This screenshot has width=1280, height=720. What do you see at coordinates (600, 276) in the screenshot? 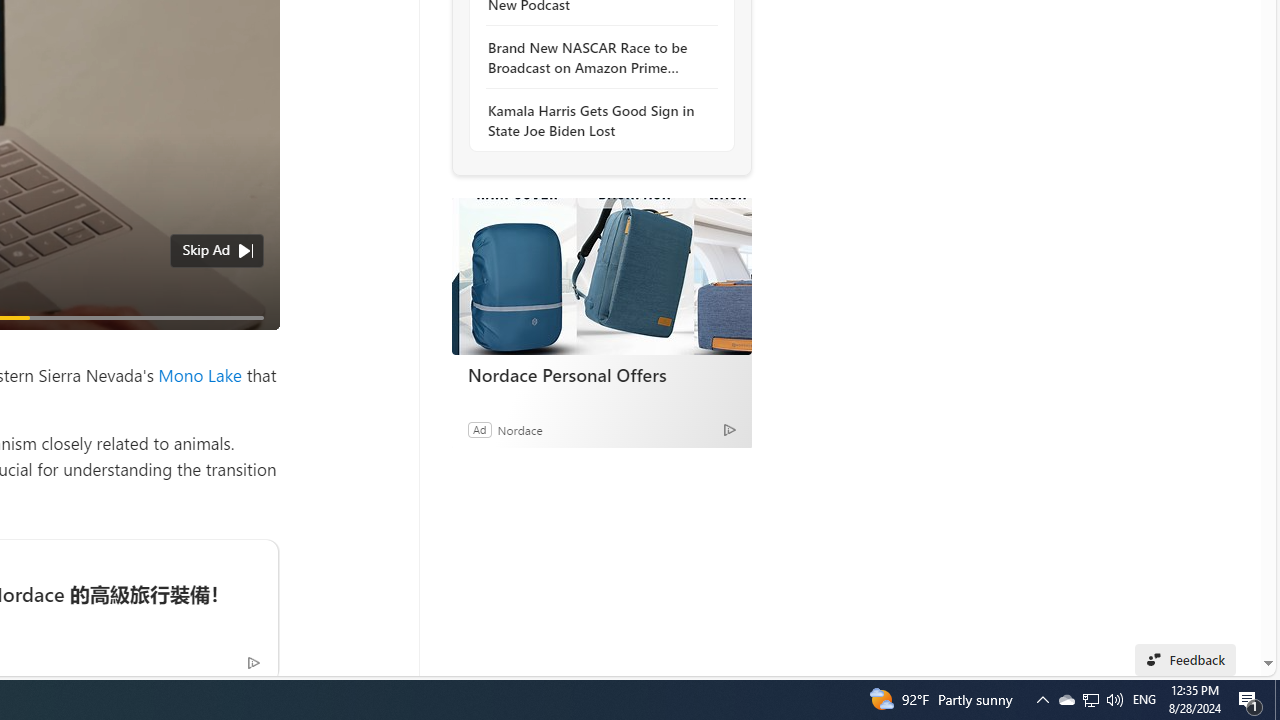
I see `'Nordace Personal Offers'` at bounding box center [600, 276].